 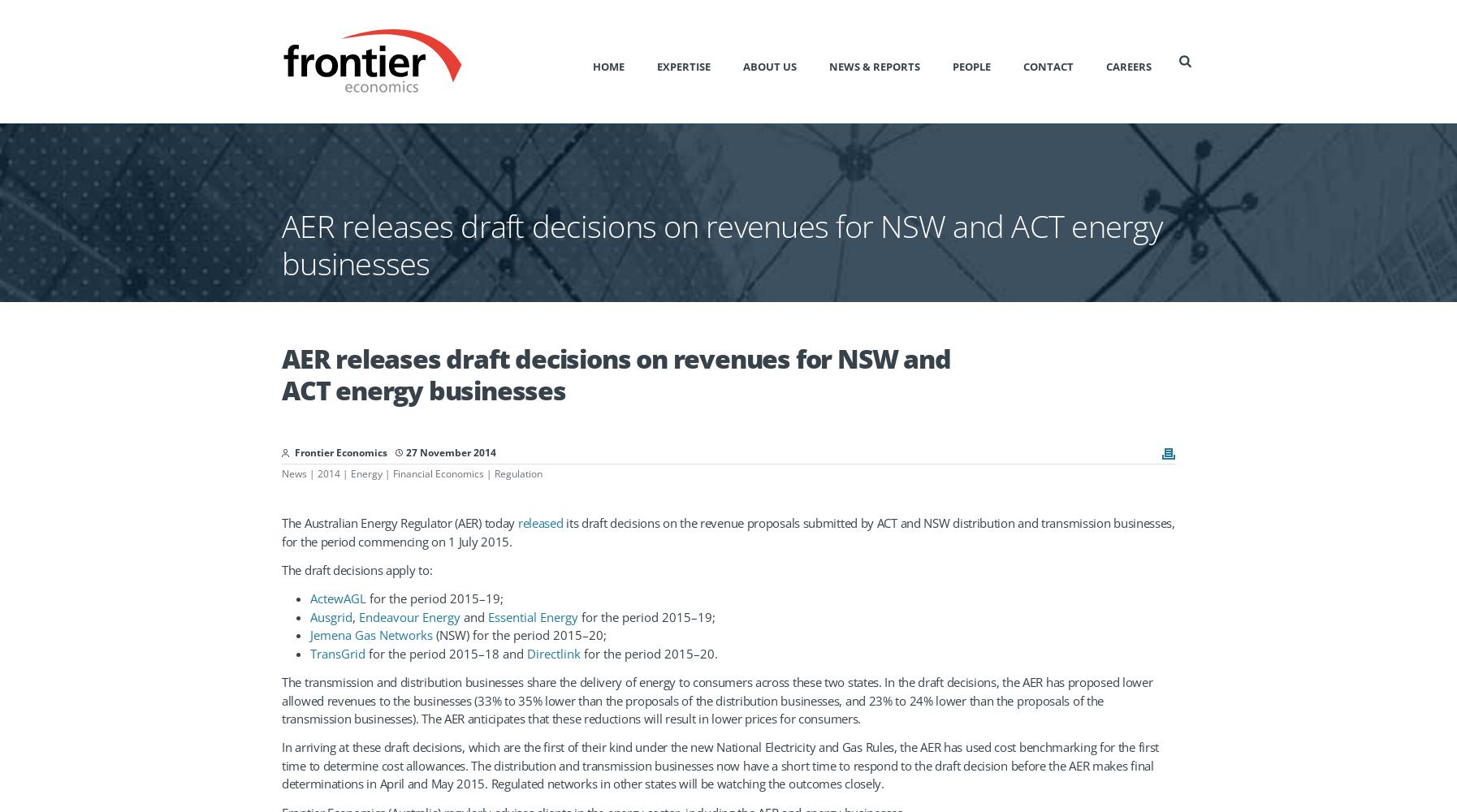 I want to click on 'for the period 2015–18 and', so click(x=446, y=653).